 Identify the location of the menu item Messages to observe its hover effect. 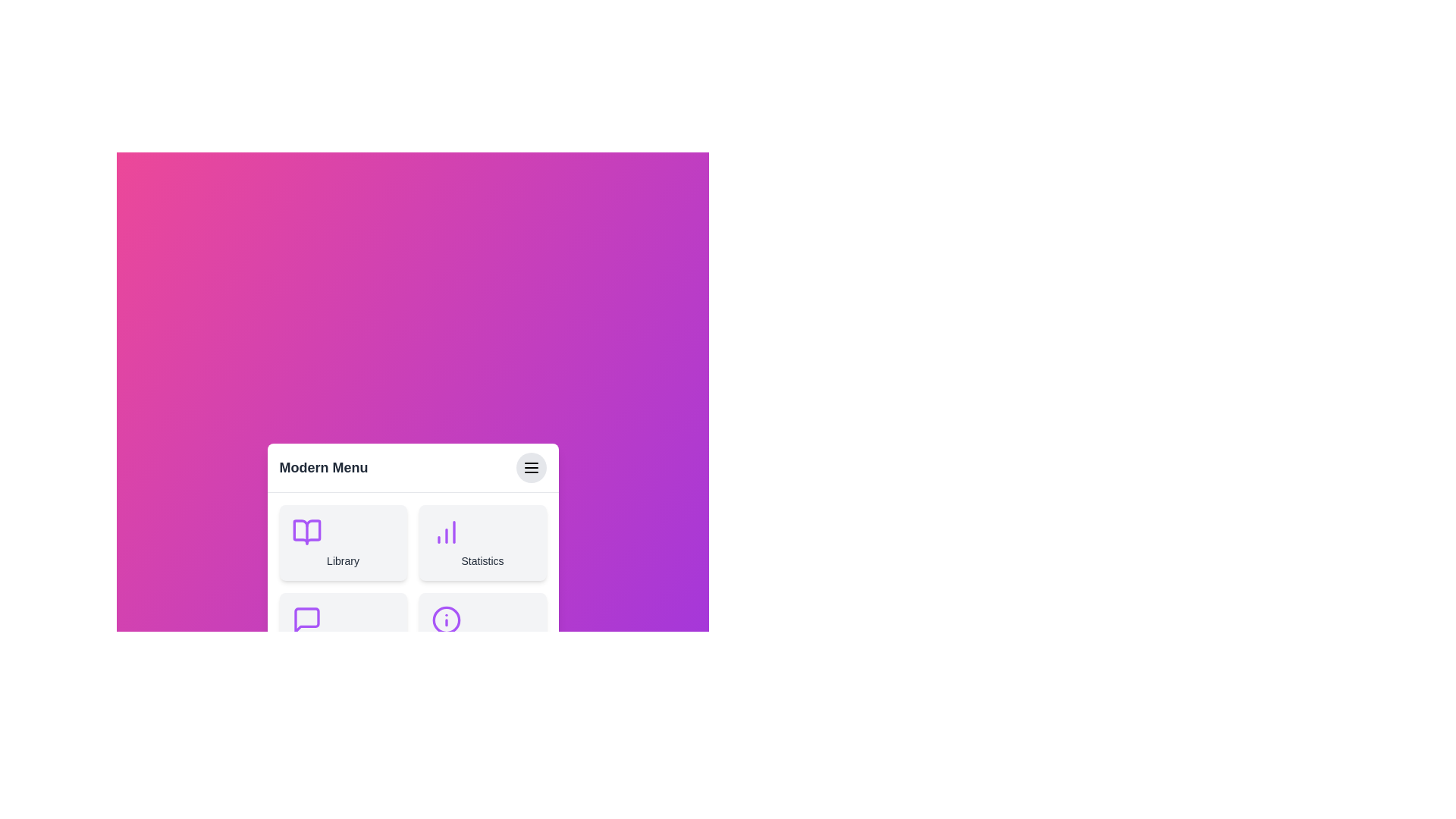
(342, 630).